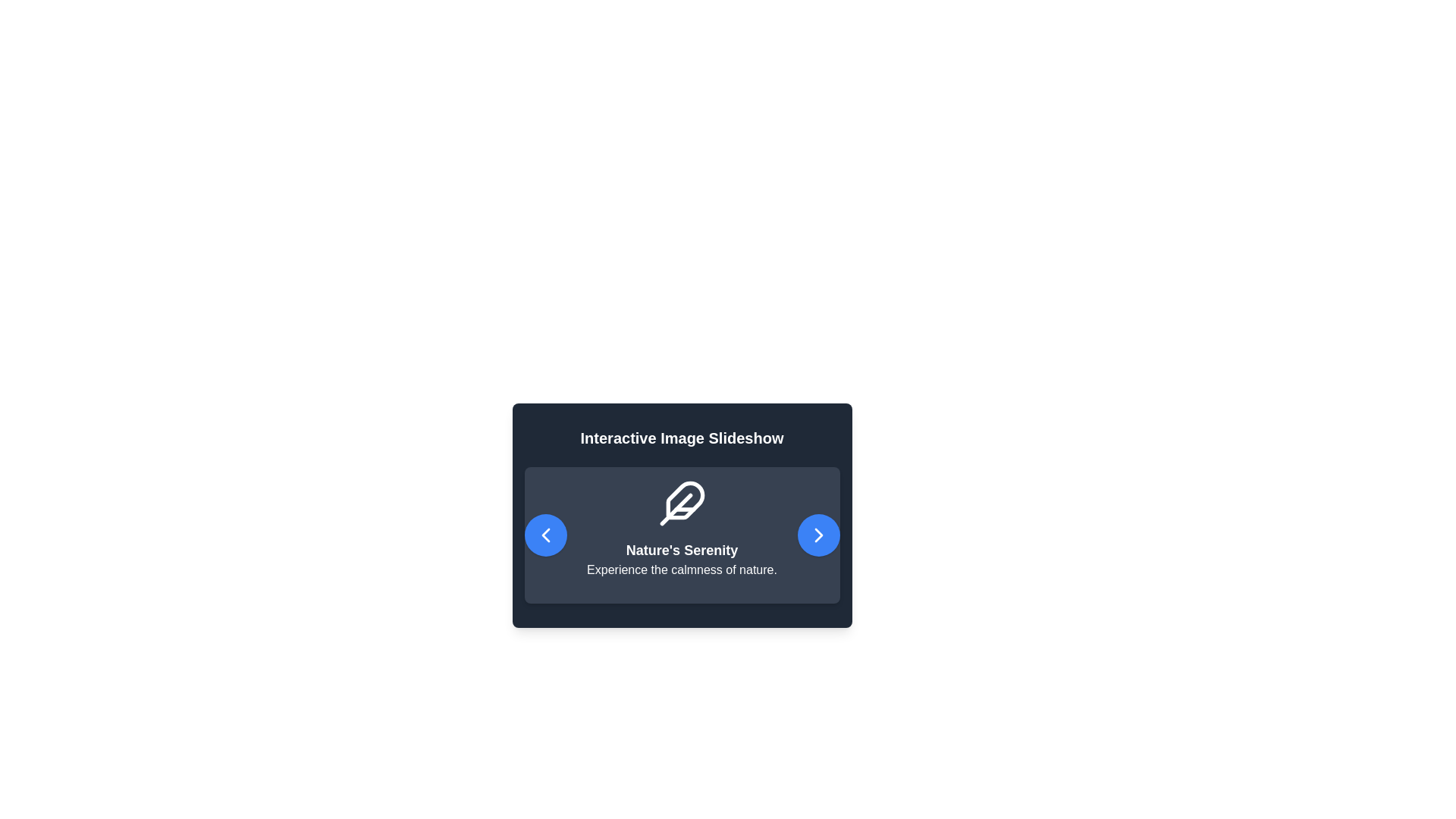  Describe the element at coordinates (684, 500) in the screenshot. I see `the stylized feather icon with a sleek, rounded design and a dark blue background, which is positioned directly above the text 'Nature's Serenity'` at that location.